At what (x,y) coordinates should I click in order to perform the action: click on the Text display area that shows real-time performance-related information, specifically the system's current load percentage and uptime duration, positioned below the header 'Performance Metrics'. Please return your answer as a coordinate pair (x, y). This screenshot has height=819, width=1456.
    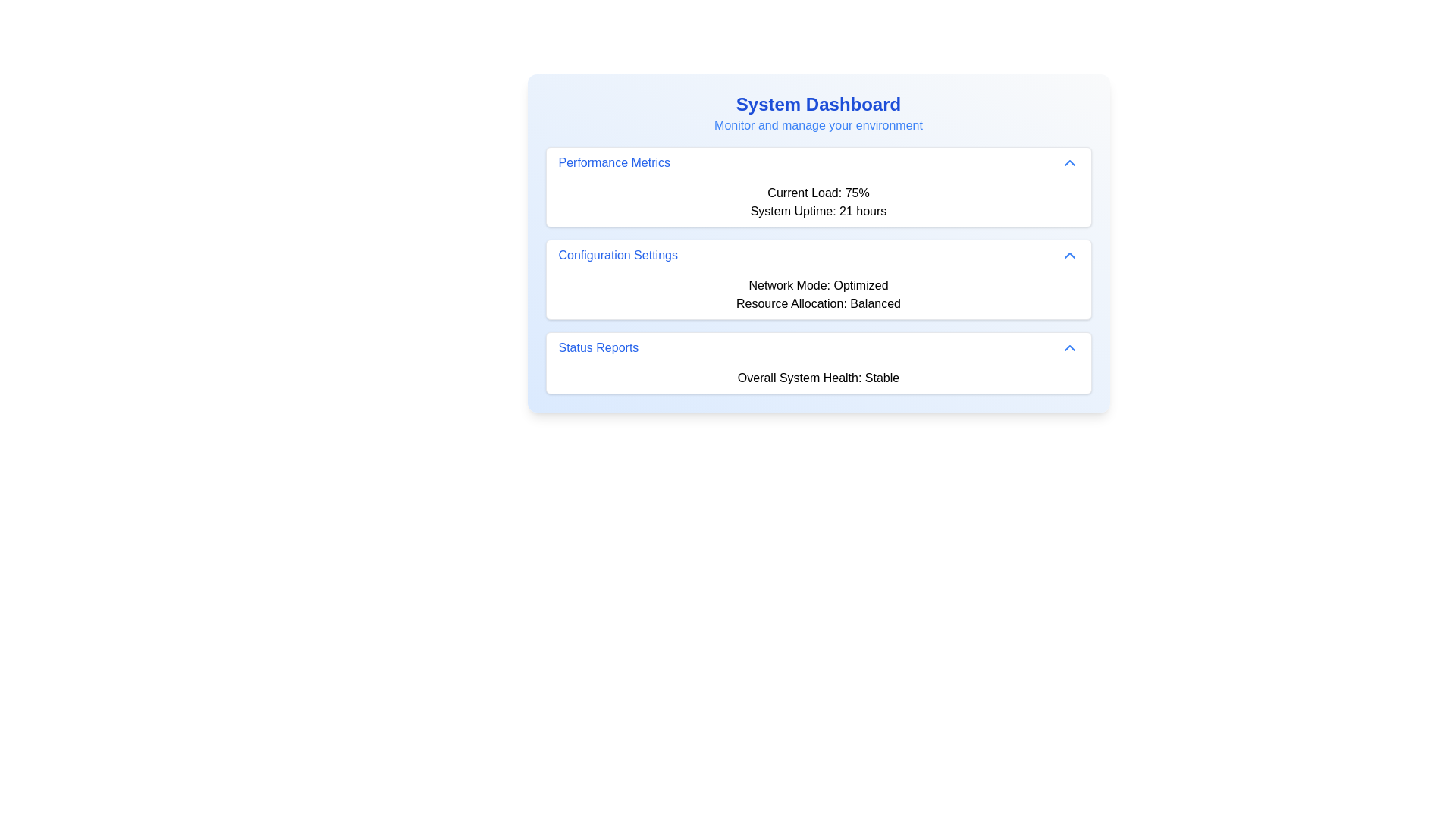
    Looking at the image, I should click on (817, 201).